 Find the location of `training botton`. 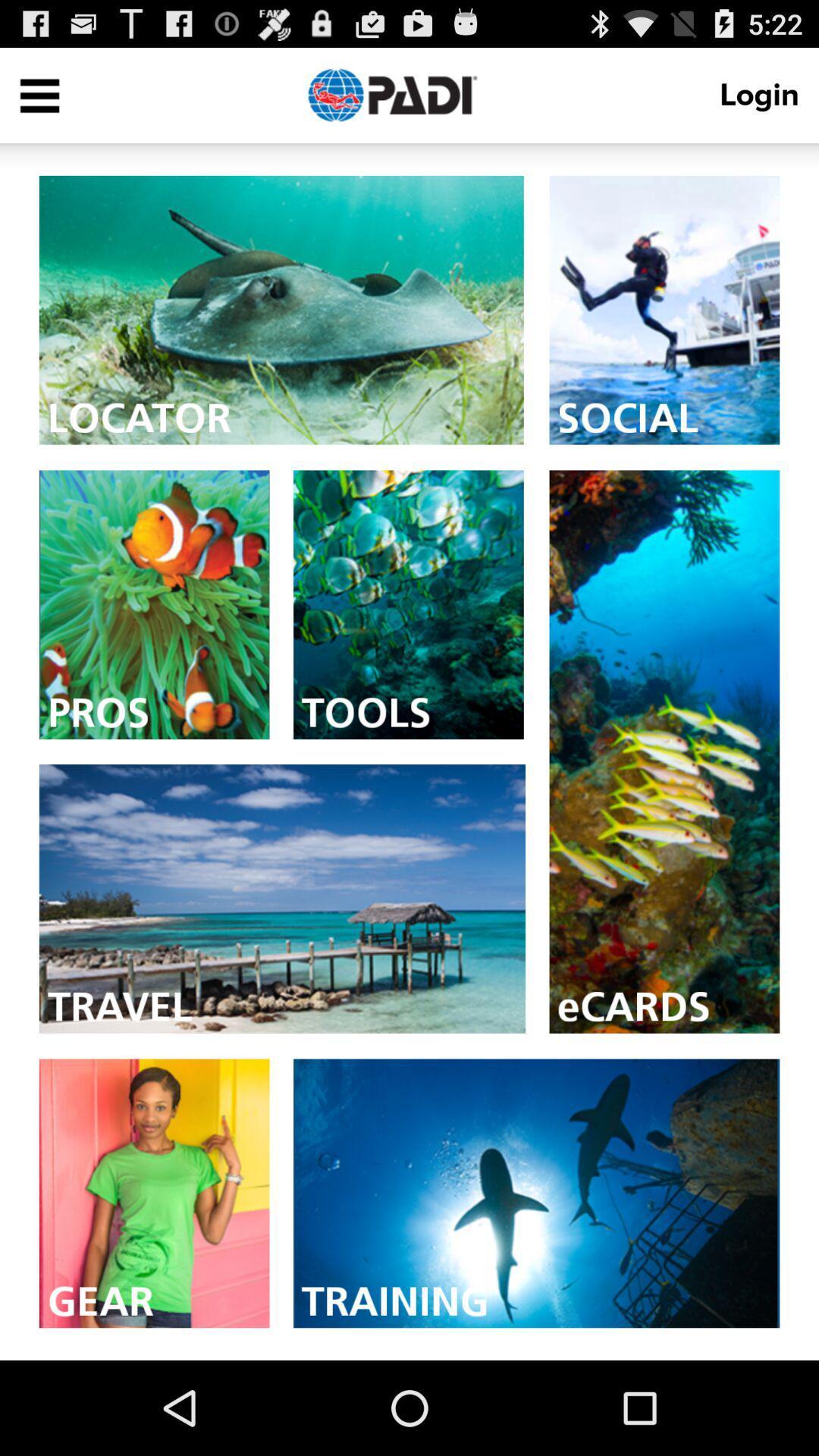

training botton is located at coordinates (535, 1192).